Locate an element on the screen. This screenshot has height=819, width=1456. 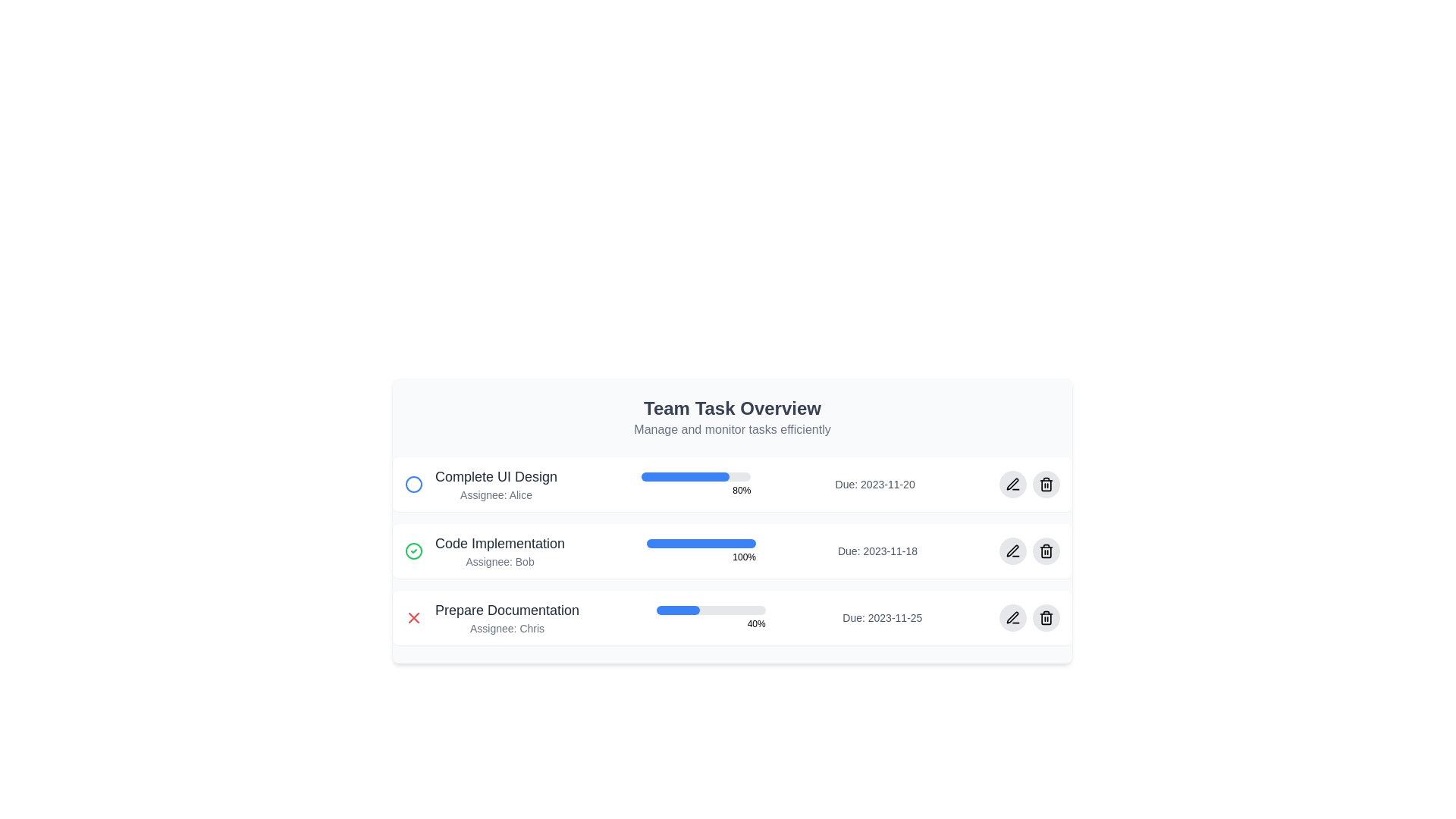
the task item description displaying the task's title, assignee's name, and status icon is located at coordinates (480, 485).